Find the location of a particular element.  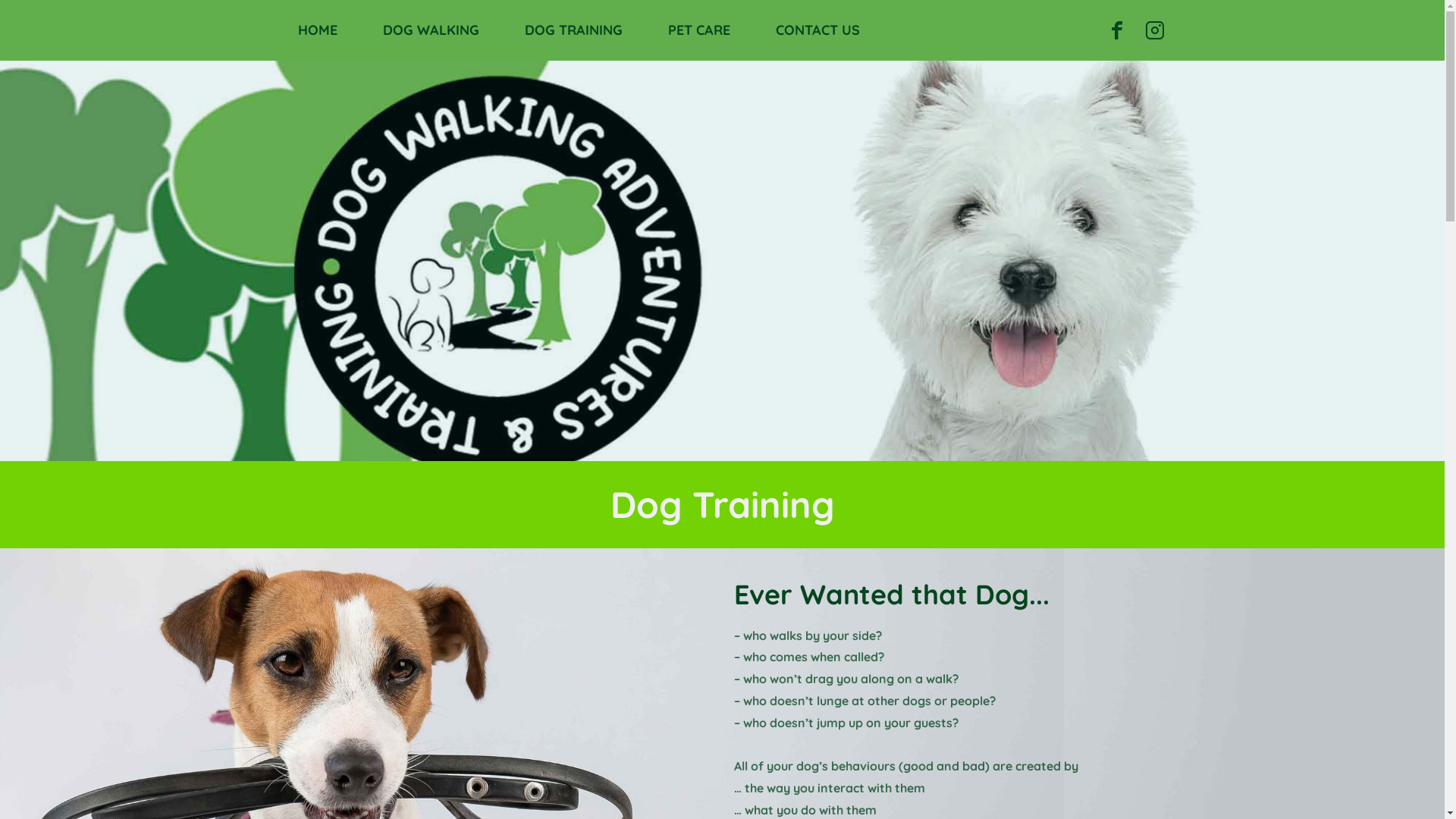

'DOG WALKING' is located at coordinates (430, 30).